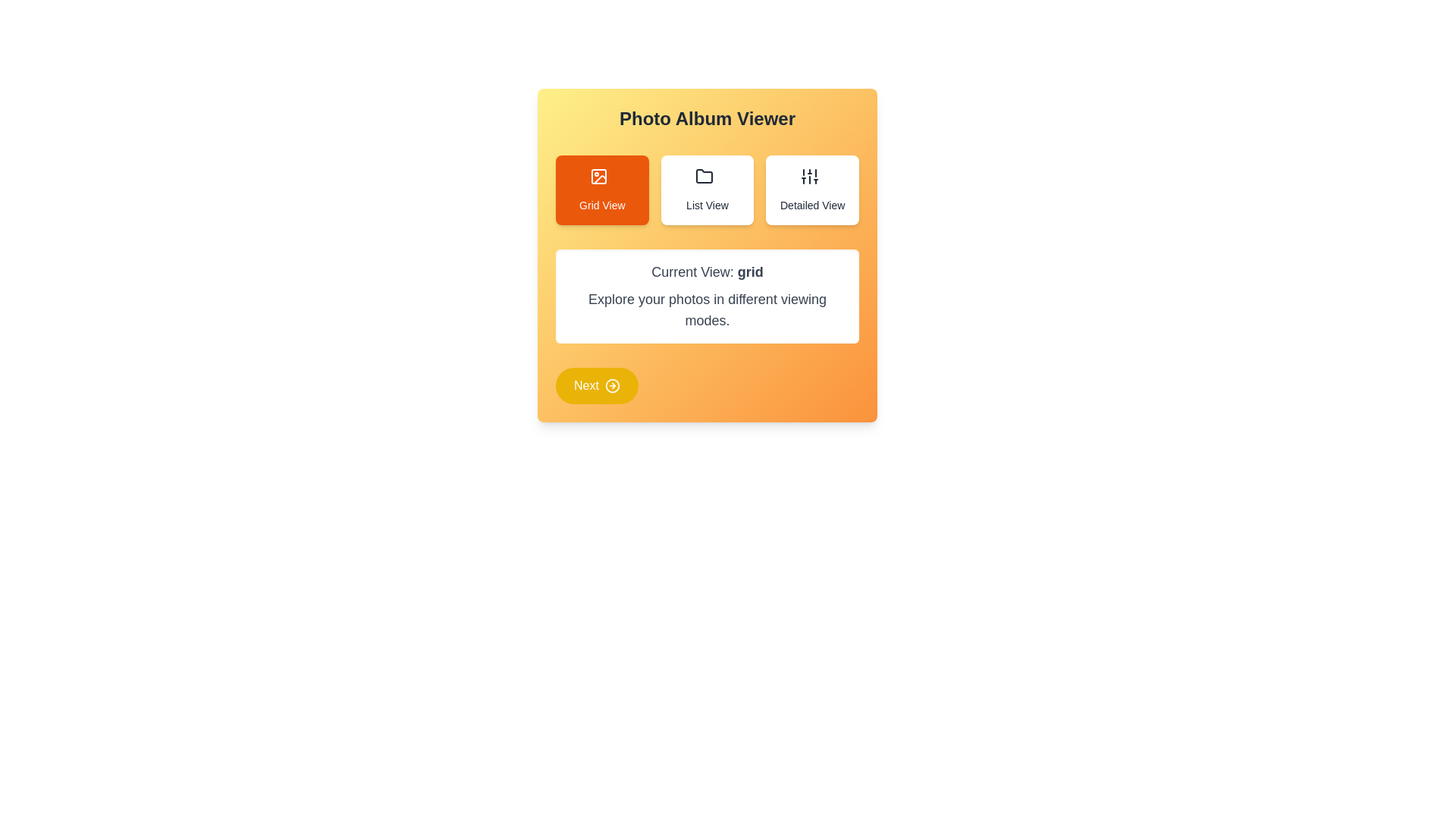  What do you see at coordinates (750, 271) in the screenshot?
I see `the bold text label 'grid' which is part of the 'Current View: grid' section, located in the center of the interface and aligned to the right of 'Current View'` at bounding box center [750, 271].